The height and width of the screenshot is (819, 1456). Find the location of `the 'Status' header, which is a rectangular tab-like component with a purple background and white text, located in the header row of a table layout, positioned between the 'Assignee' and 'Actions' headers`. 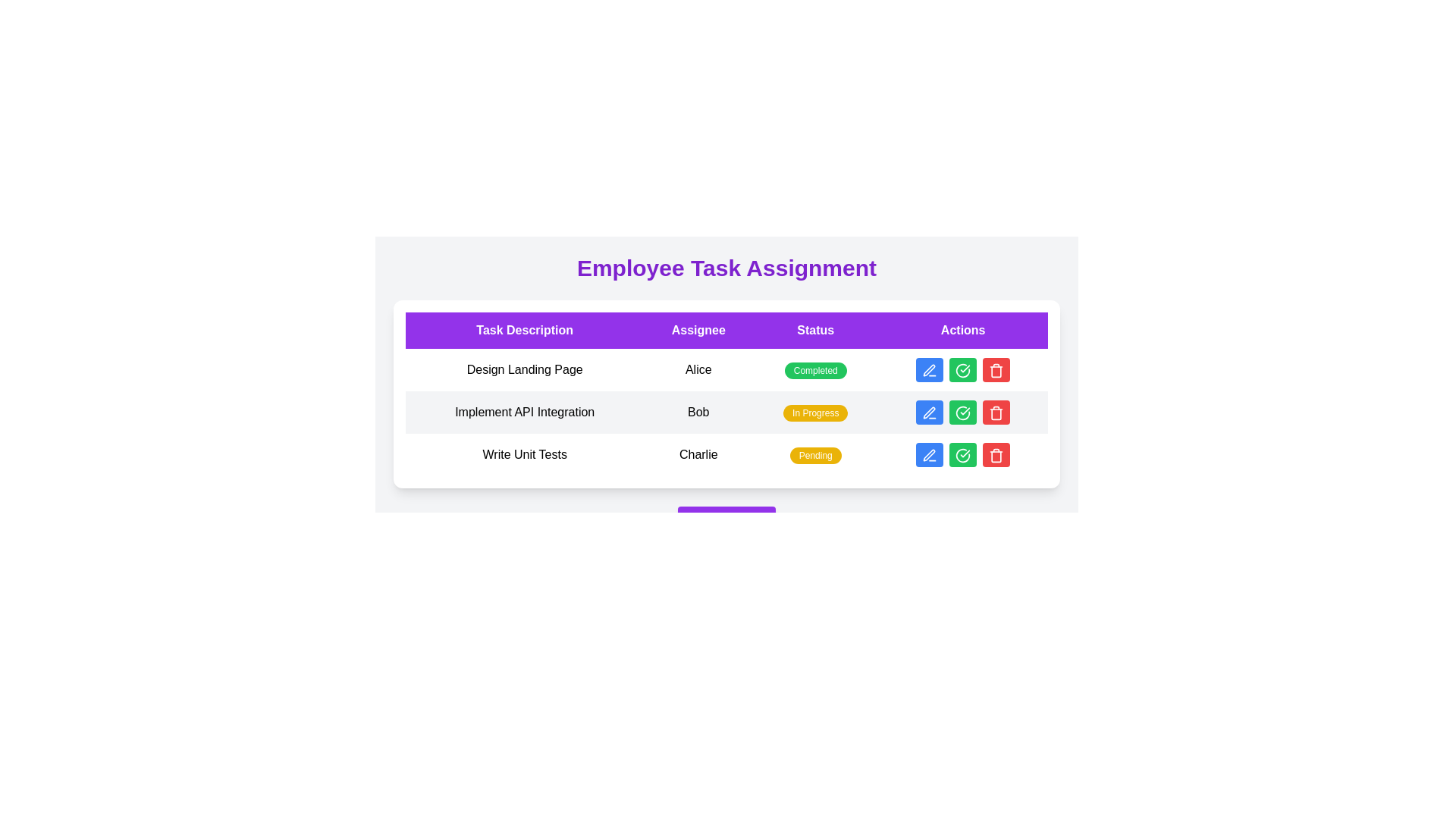

the 'Status' header, which is a rectangular tab-like component with a purple background and white text, located in the header row of a table layout, positioned between the 'Assignee' and 'Actions' headers is located at coordinates (814, 329).